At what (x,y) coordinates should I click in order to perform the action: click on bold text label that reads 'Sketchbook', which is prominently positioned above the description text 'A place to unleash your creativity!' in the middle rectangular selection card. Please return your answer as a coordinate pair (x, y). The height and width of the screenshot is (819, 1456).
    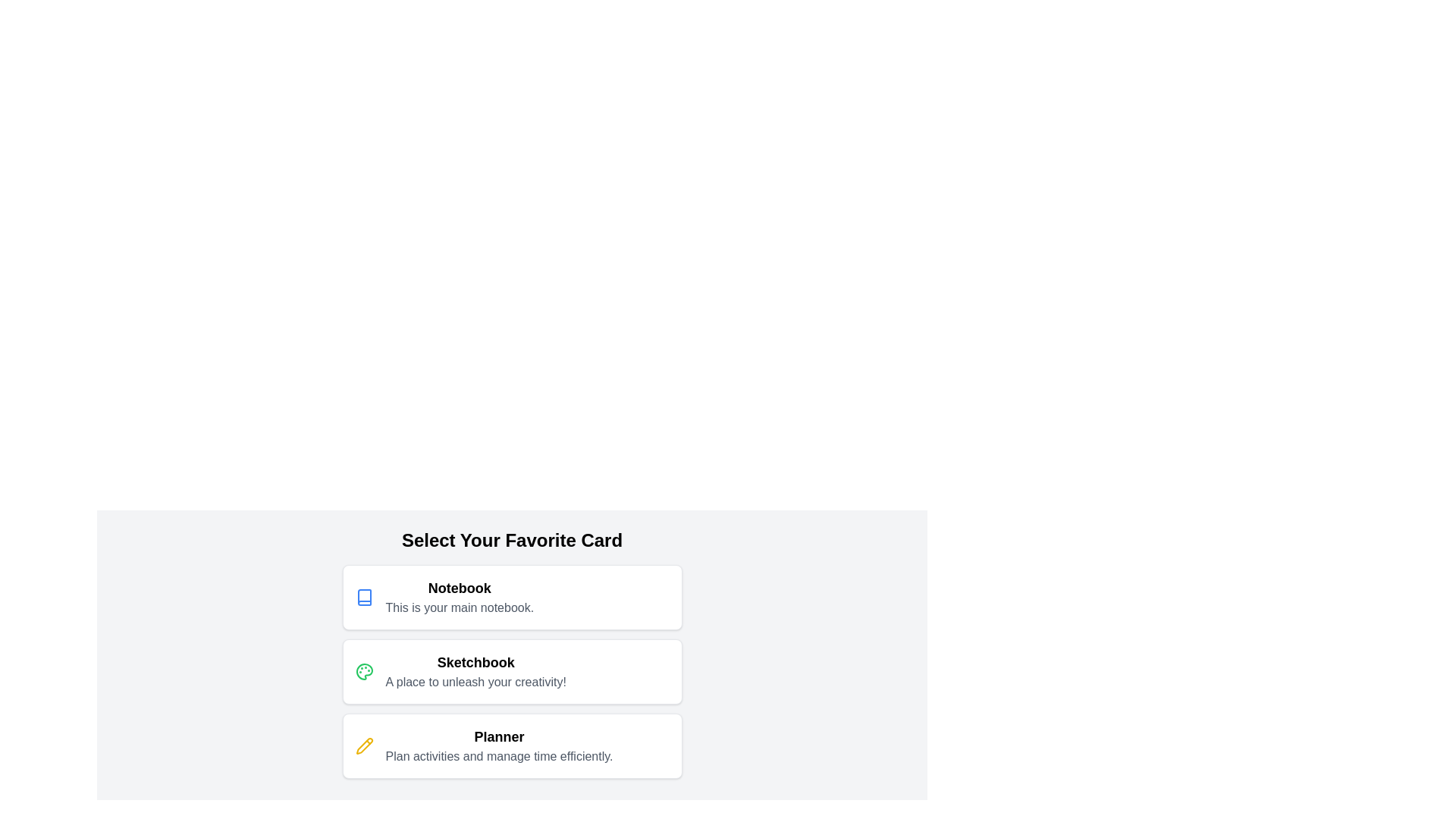
    Looking at the image, I should click on (475, 662).